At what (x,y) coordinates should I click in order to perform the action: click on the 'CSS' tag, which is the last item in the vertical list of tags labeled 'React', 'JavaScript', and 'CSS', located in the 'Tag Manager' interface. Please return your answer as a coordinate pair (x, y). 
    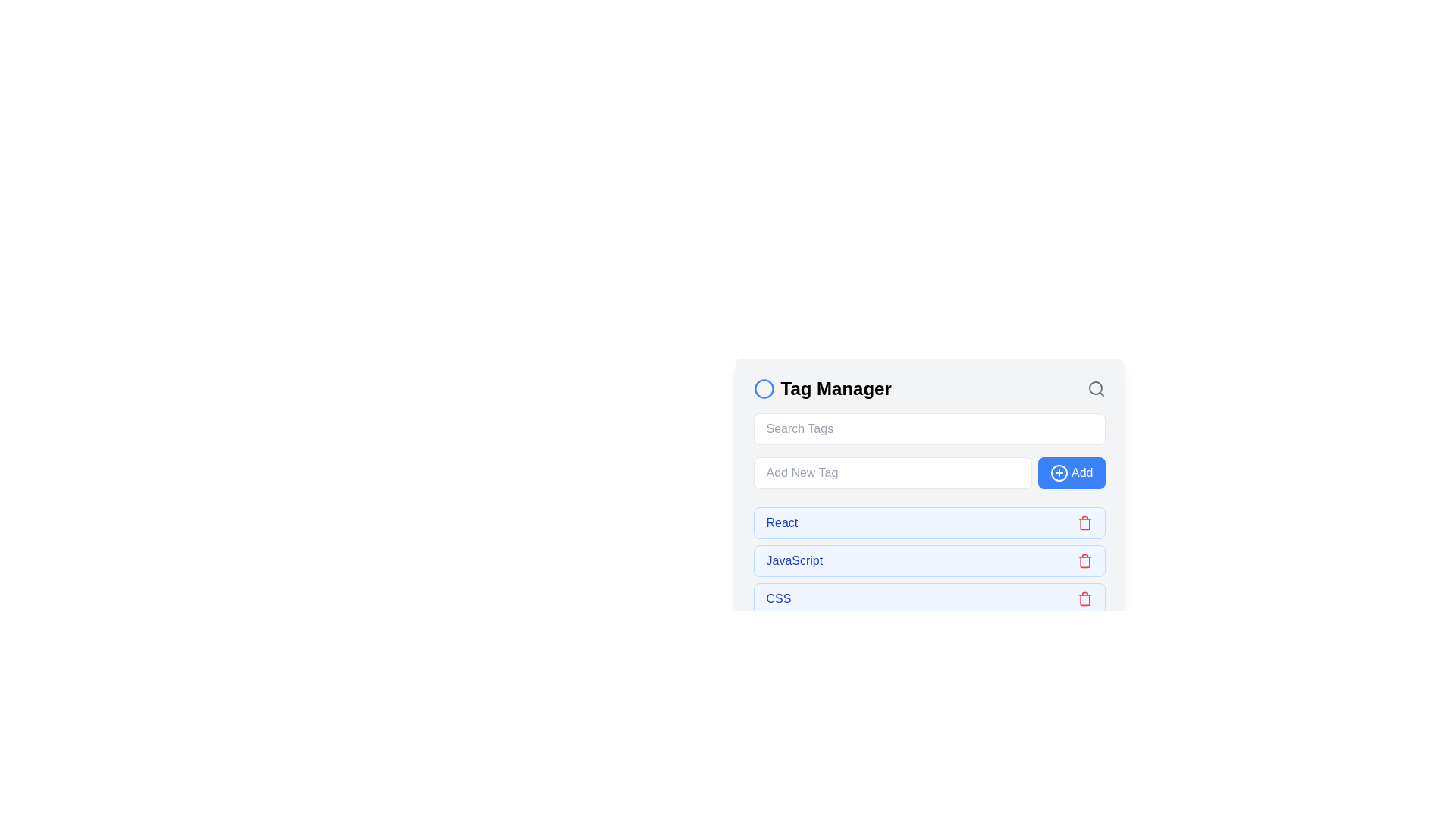
    Looking at the image, I should click on (928, 598).